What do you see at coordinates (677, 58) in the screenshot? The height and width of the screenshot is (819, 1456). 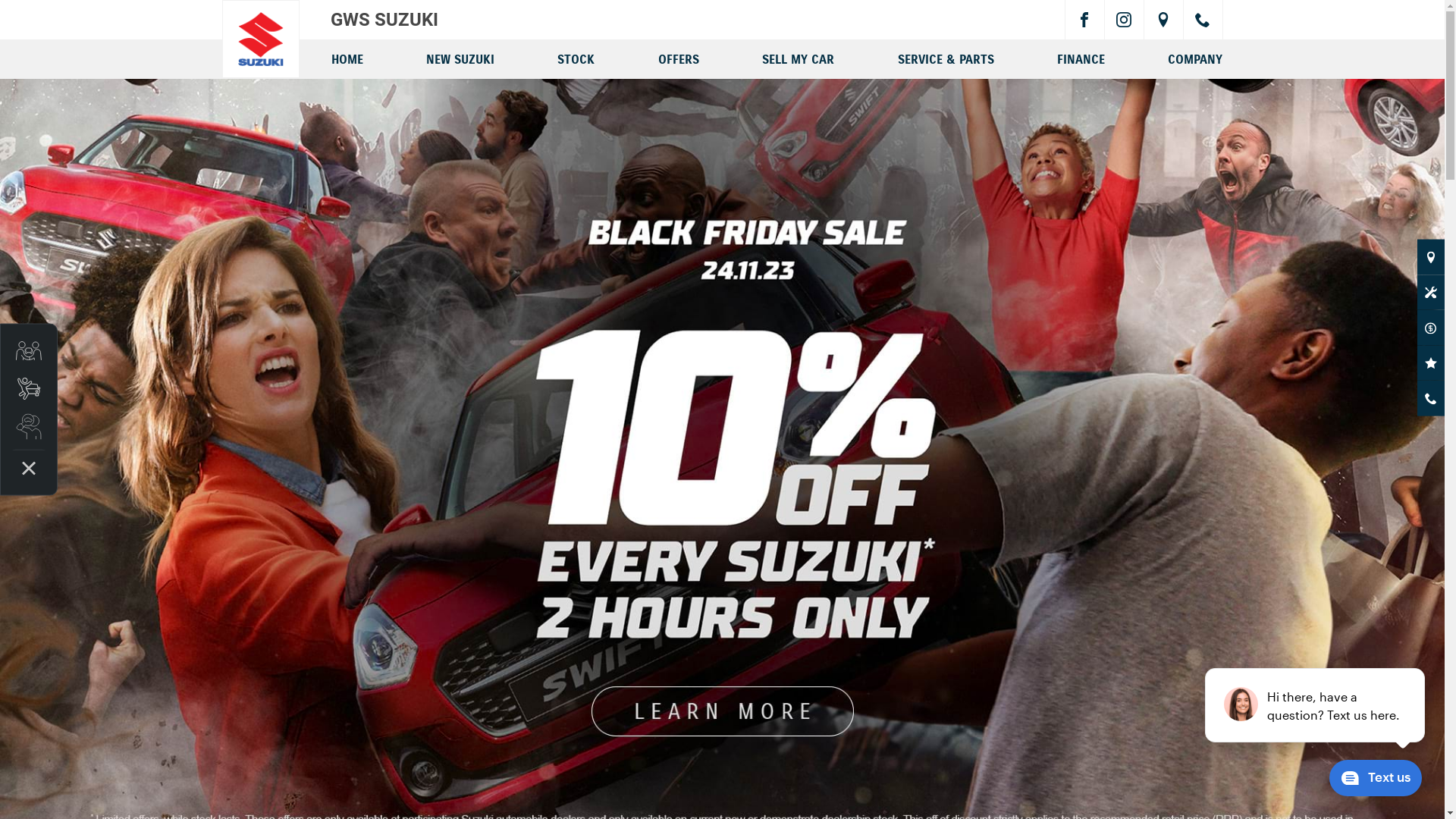 I see `'OFFERS'` at bounding box center [677, 58].